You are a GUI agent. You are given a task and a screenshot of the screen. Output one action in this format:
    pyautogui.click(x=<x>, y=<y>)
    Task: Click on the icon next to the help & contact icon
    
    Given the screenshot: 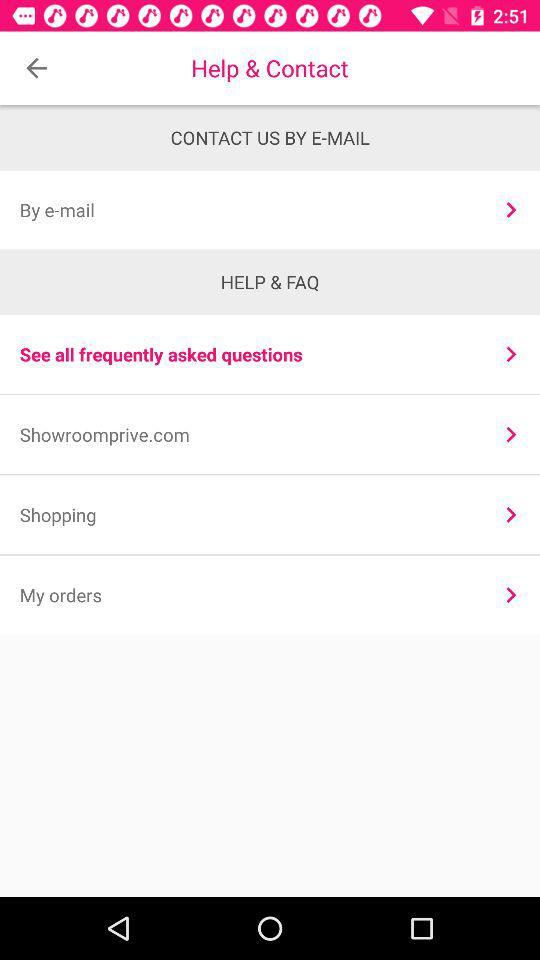 What is the action you would take?
    pyautogui.click(x=36, y=68)
    